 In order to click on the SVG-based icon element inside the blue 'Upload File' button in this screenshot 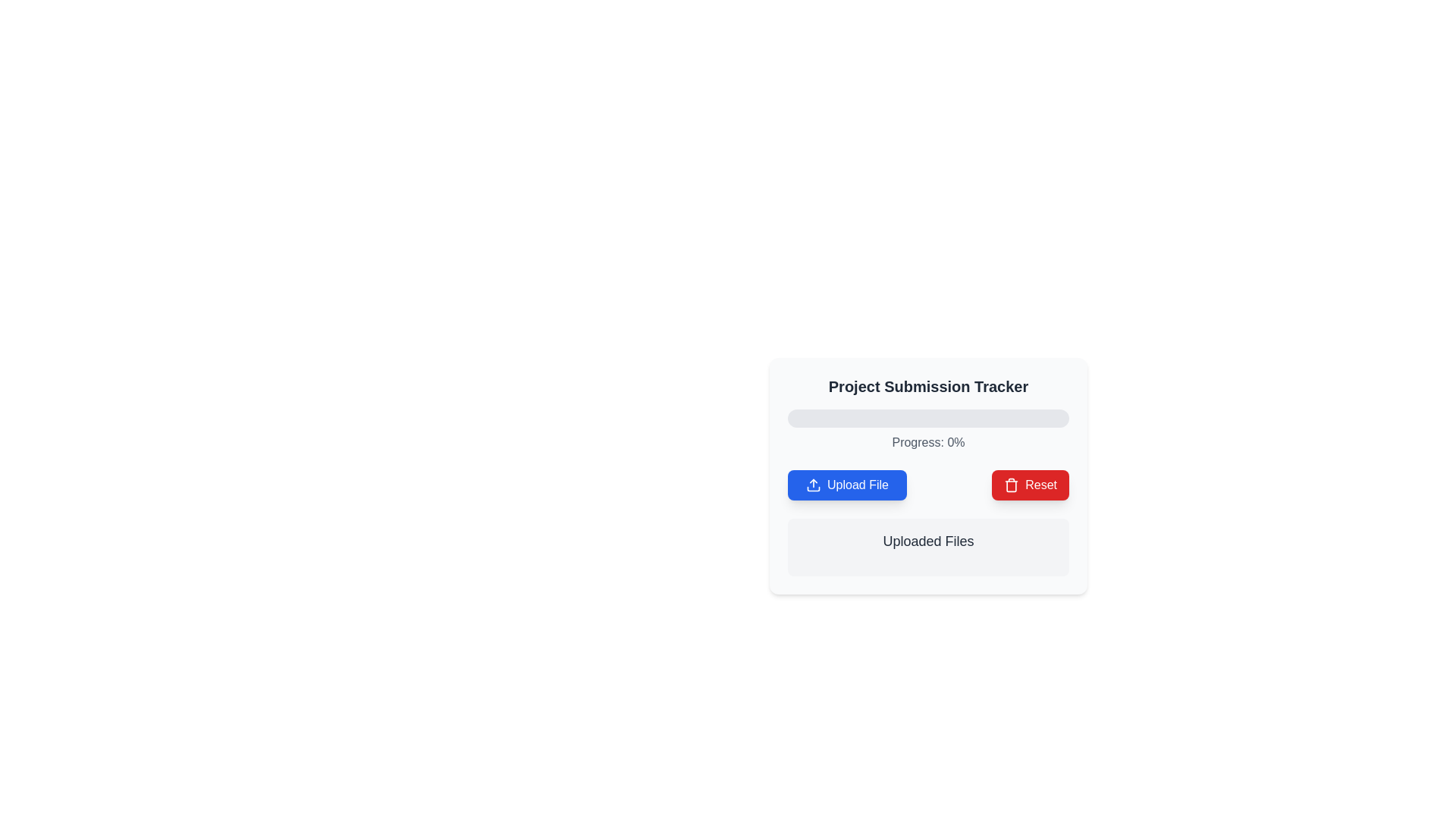, I will do `click(813, 485)`.